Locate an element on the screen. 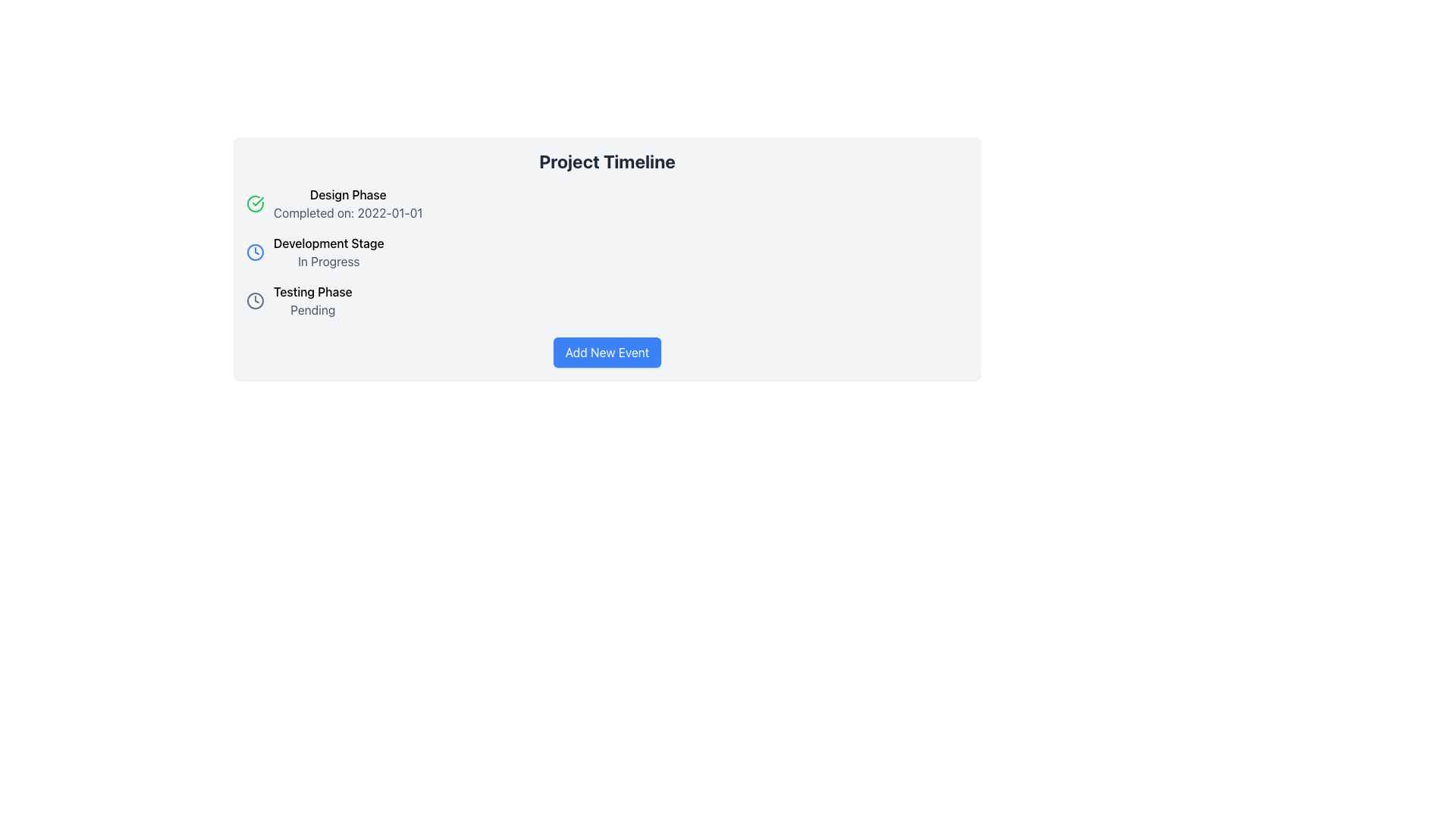 The height and width of the screenshot is (819, 1456). the clock icon, which is a gray circular icon with clock hands, positioned to the left of the text 'Testing Phase Pending' is located at coordinates (255, 301).